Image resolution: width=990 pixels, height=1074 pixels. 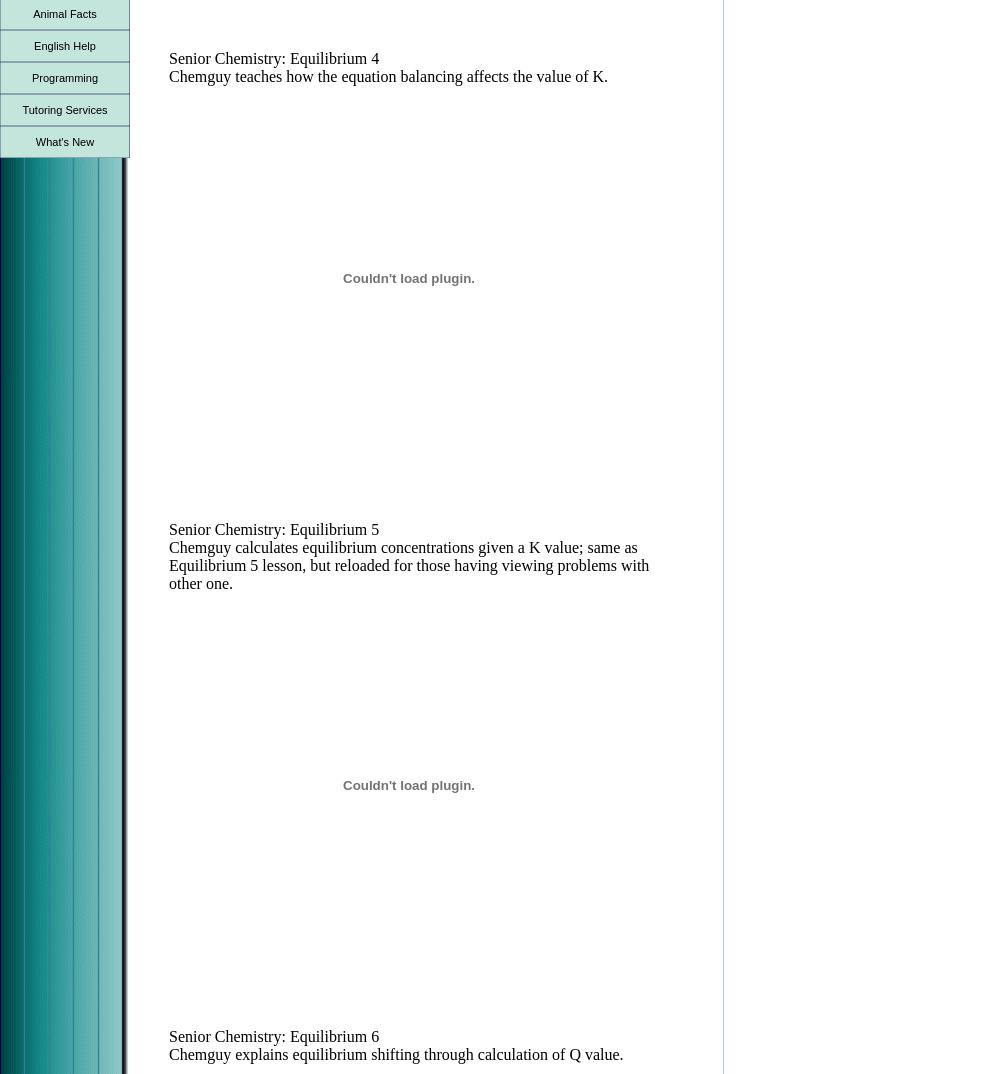 What do you see at coordinates (64, 77) in the screenshot?
I see `'Programming'` at bounding box center [64, 77].